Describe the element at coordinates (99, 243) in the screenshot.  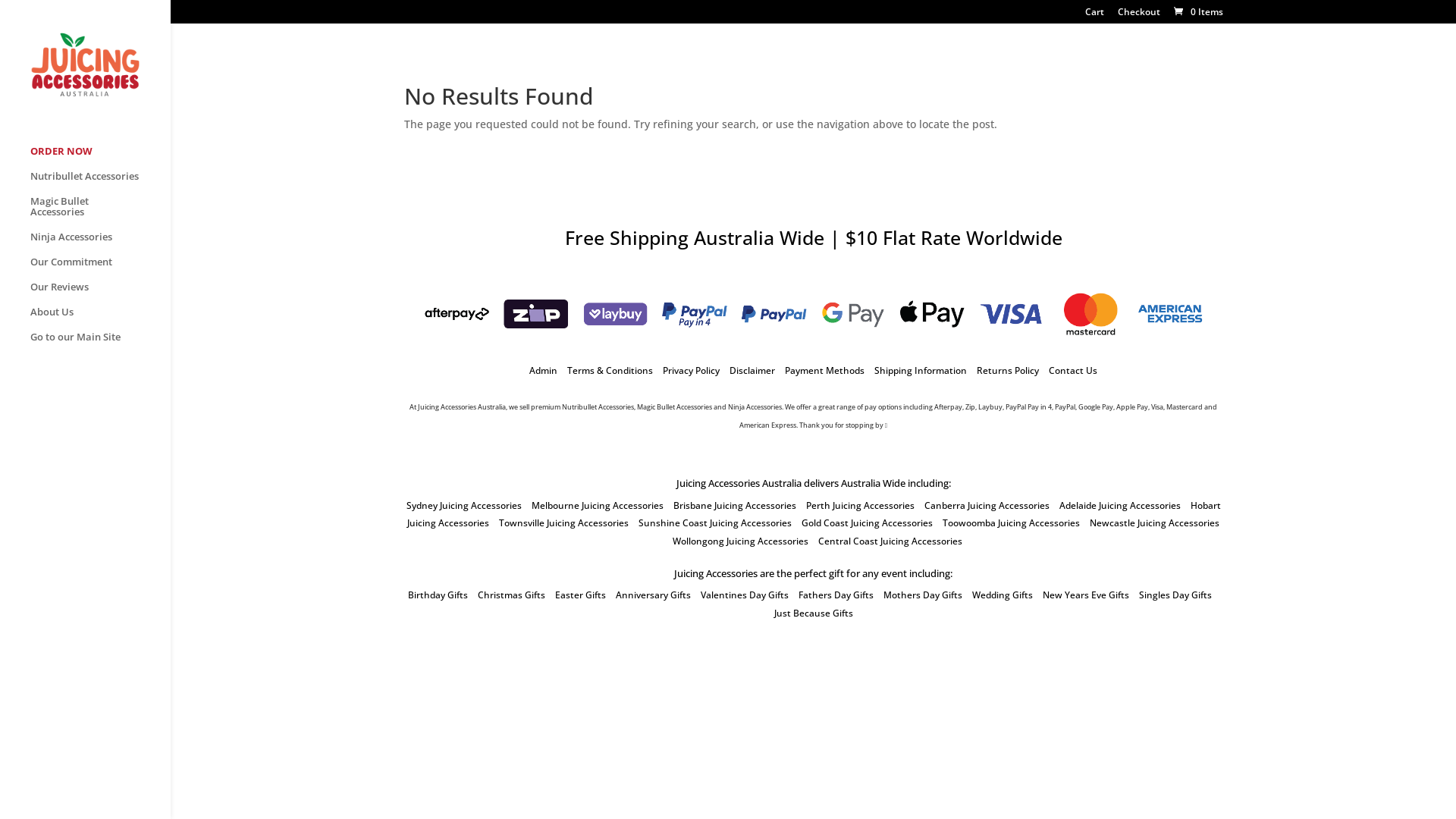
I see `'Ninja Accessories'` at that location.